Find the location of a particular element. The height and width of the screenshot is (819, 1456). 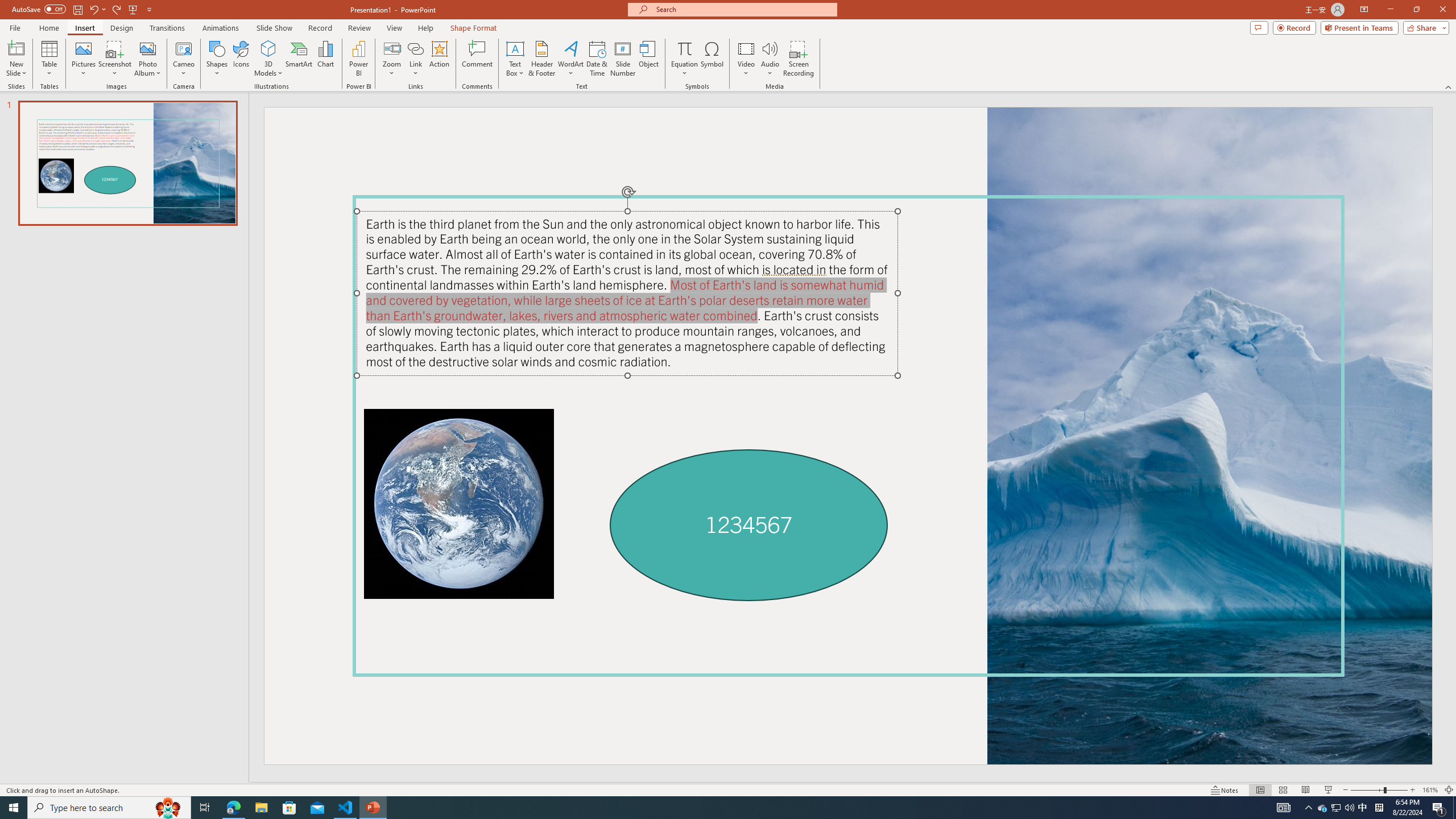

'Header & Footer...' is located at coordinates (541, 59).